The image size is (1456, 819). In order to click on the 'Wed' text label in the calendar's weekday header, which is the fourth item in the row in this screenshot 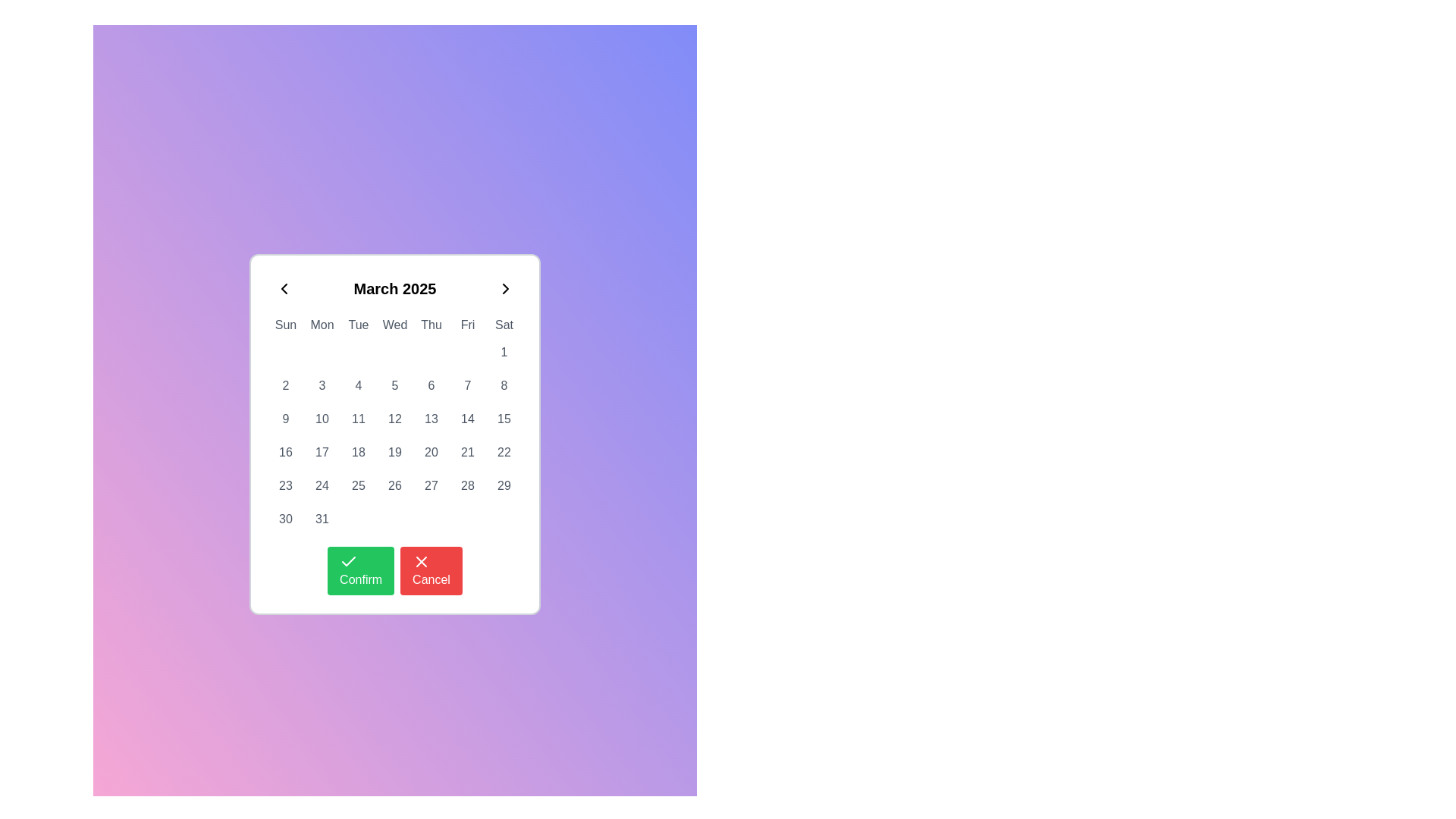, I will do `click(395, 324)`.